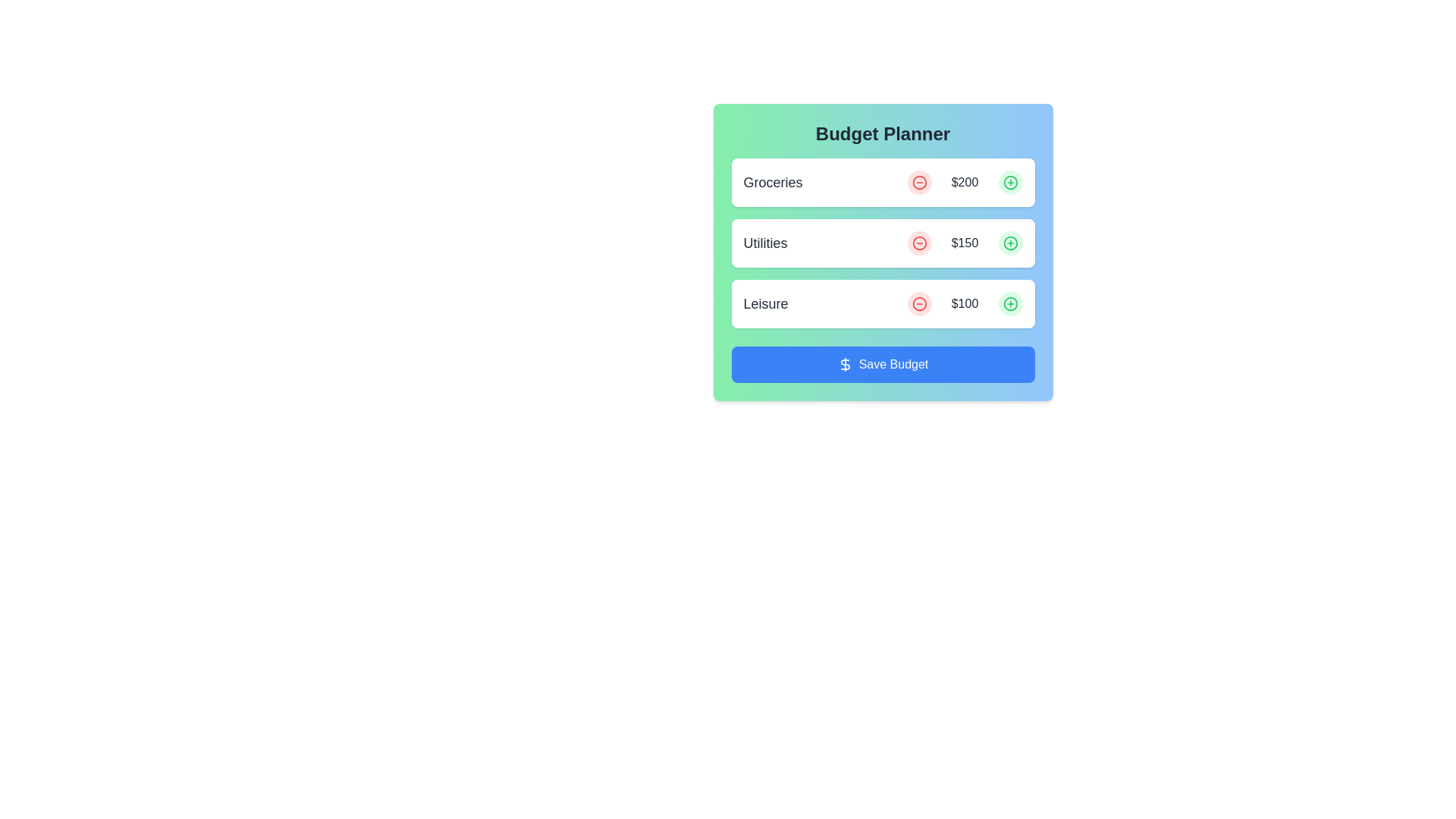 The height and width of the screenshot is (819, 1456). Describe the element at coordinates (773, 181) in the screenshot. I see `the 'Groceries' label, which is styled in a large font and positioned inside the first card of the budget items list, located above the '$200' text and next to a red circular button` at that location.